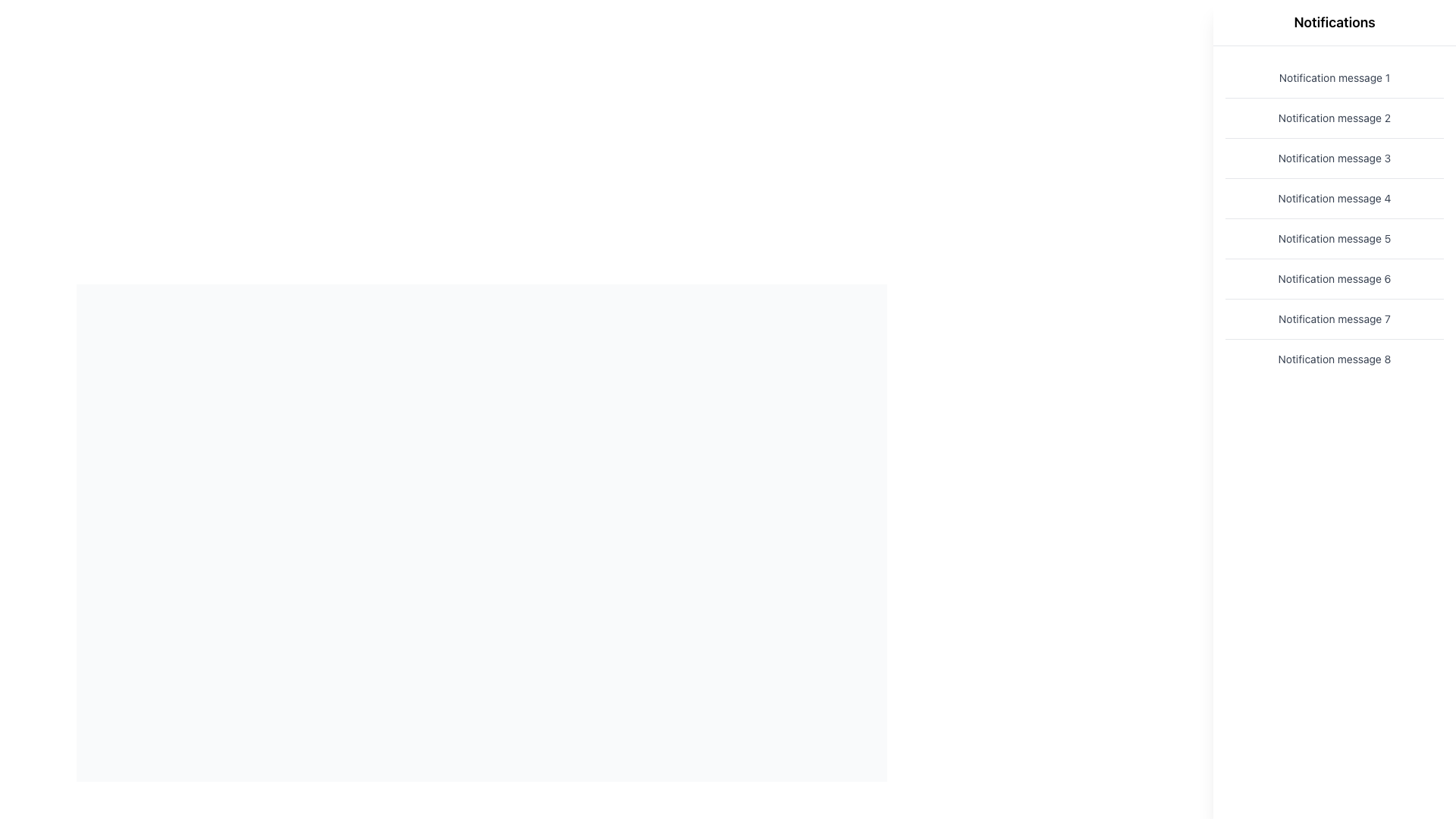 Image resolution: width=1456 pixels, height=819 pixels. What do you see at coordinates (1427, 27) in the screenshot?
I see `the close button located at the top-right corner of the notifications area` at bounding box center [1427, 27].